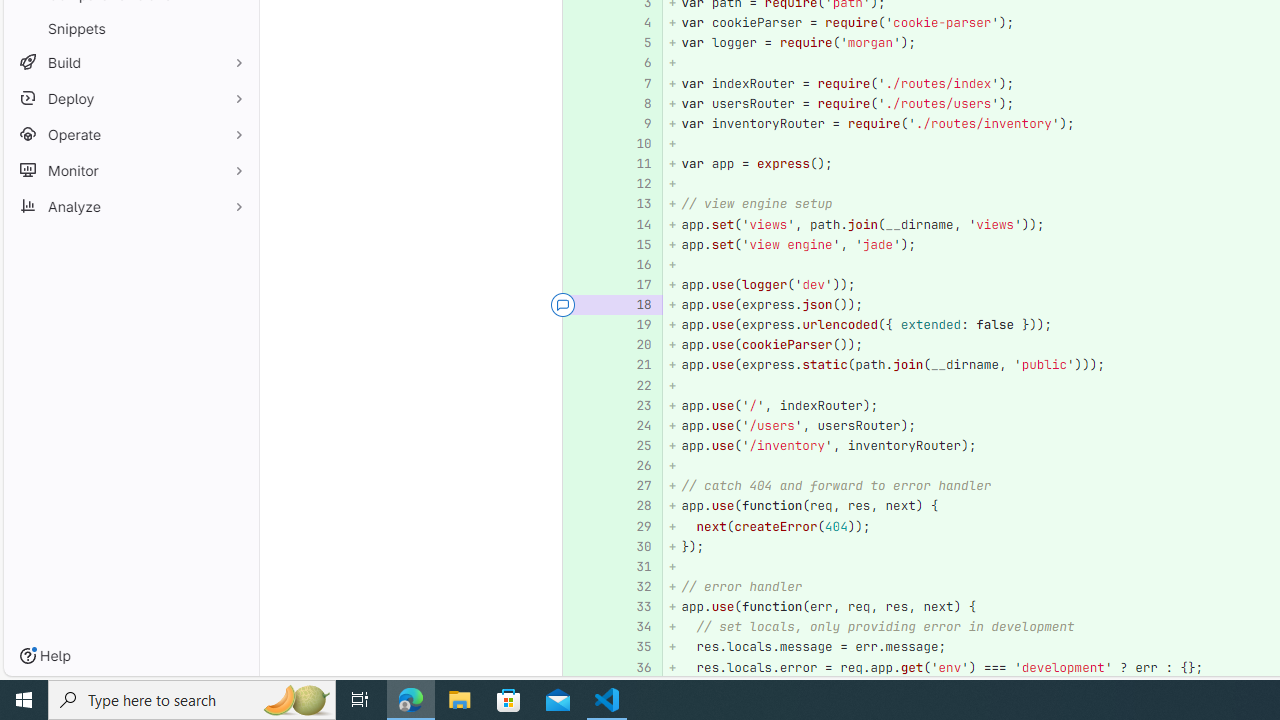 Image resolution: width=1280 pixels, height=720 pixels. Describe the element at coordinates (633, 445) in the screenshot. I see `'25'` at that location.